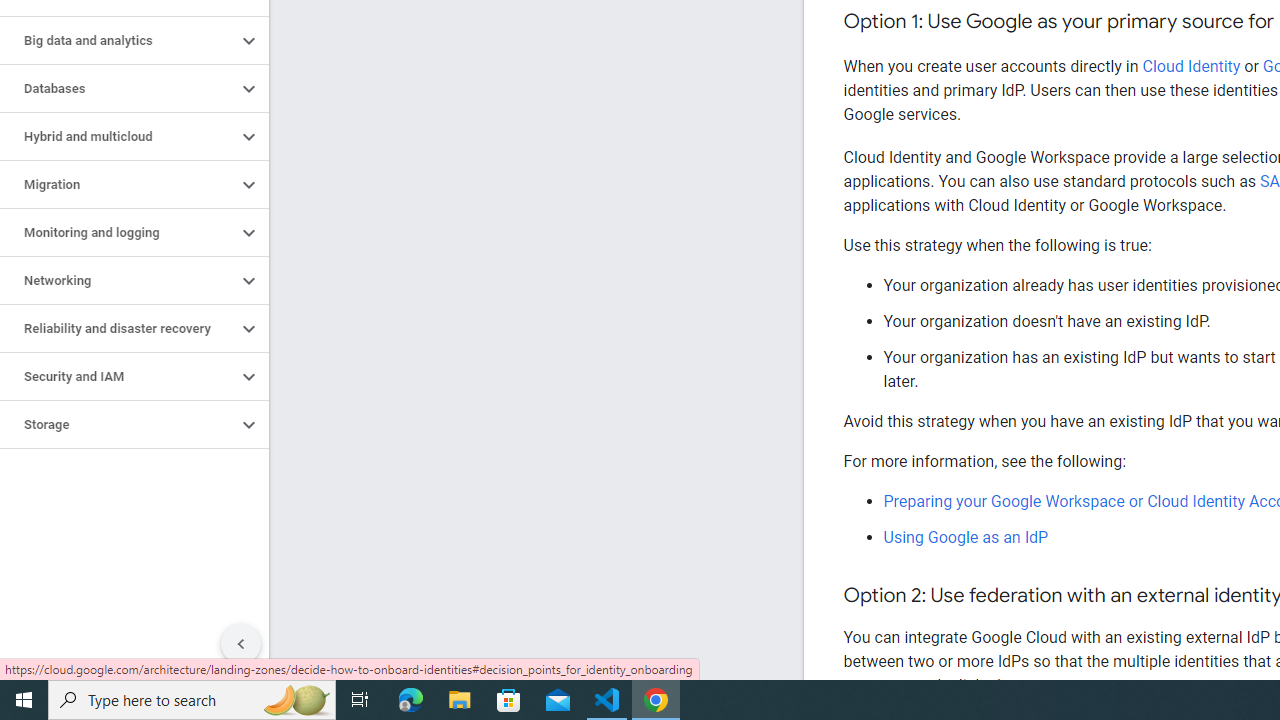 This screenshot has height=720, width=1280. What do you see at coordinates (966, 536) in the screenshot?
I see `'Using Google as an IdP'` at bounding box center [966, 536].